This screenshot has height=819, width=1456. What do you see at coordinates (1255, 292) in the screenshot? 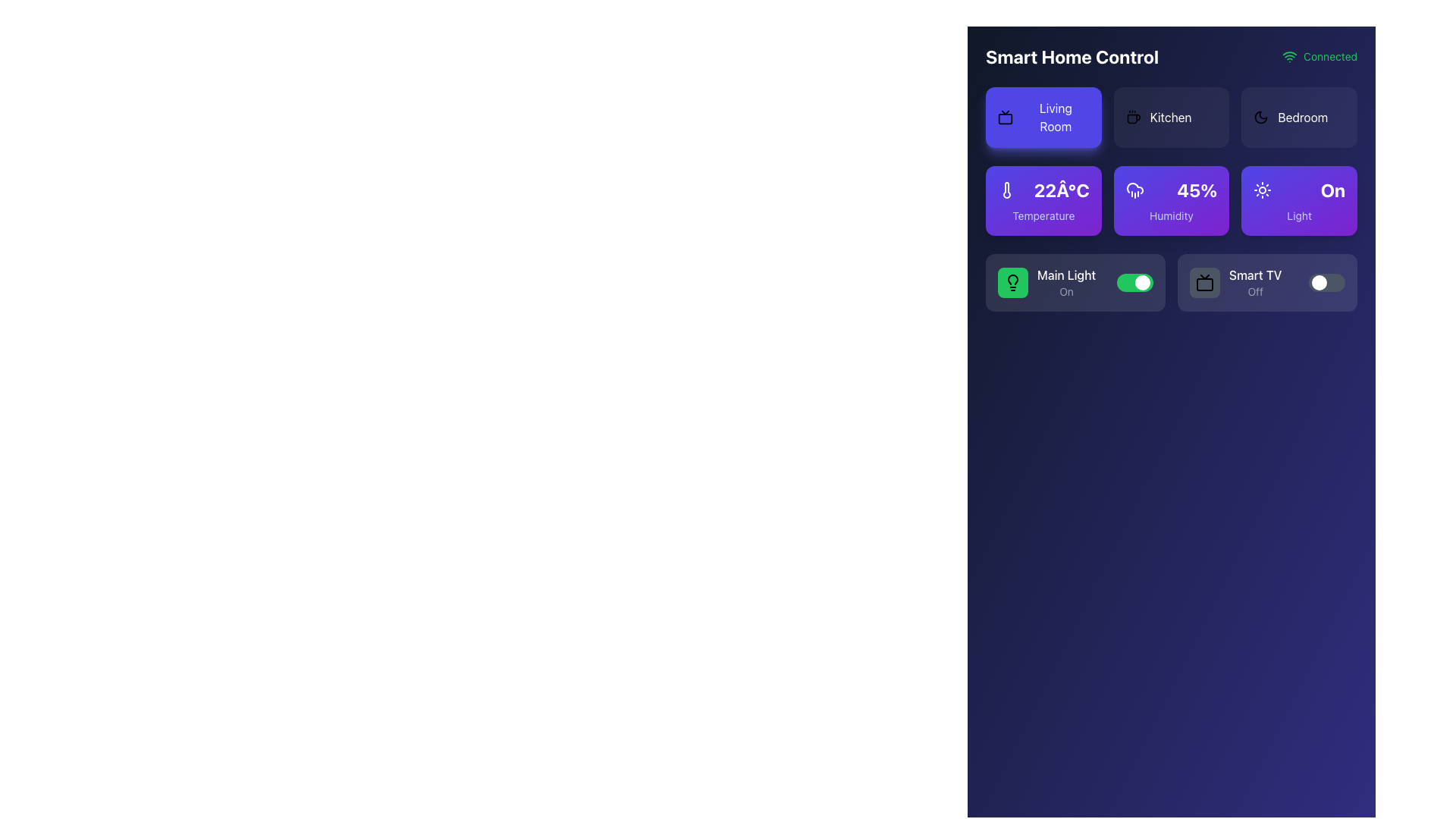
I see `the label displaying the current state ('Off') of the Smart TV control feature, located in the bottom-right corner of the 'Smart Home Control' section` at bounding box center [1255, 292].